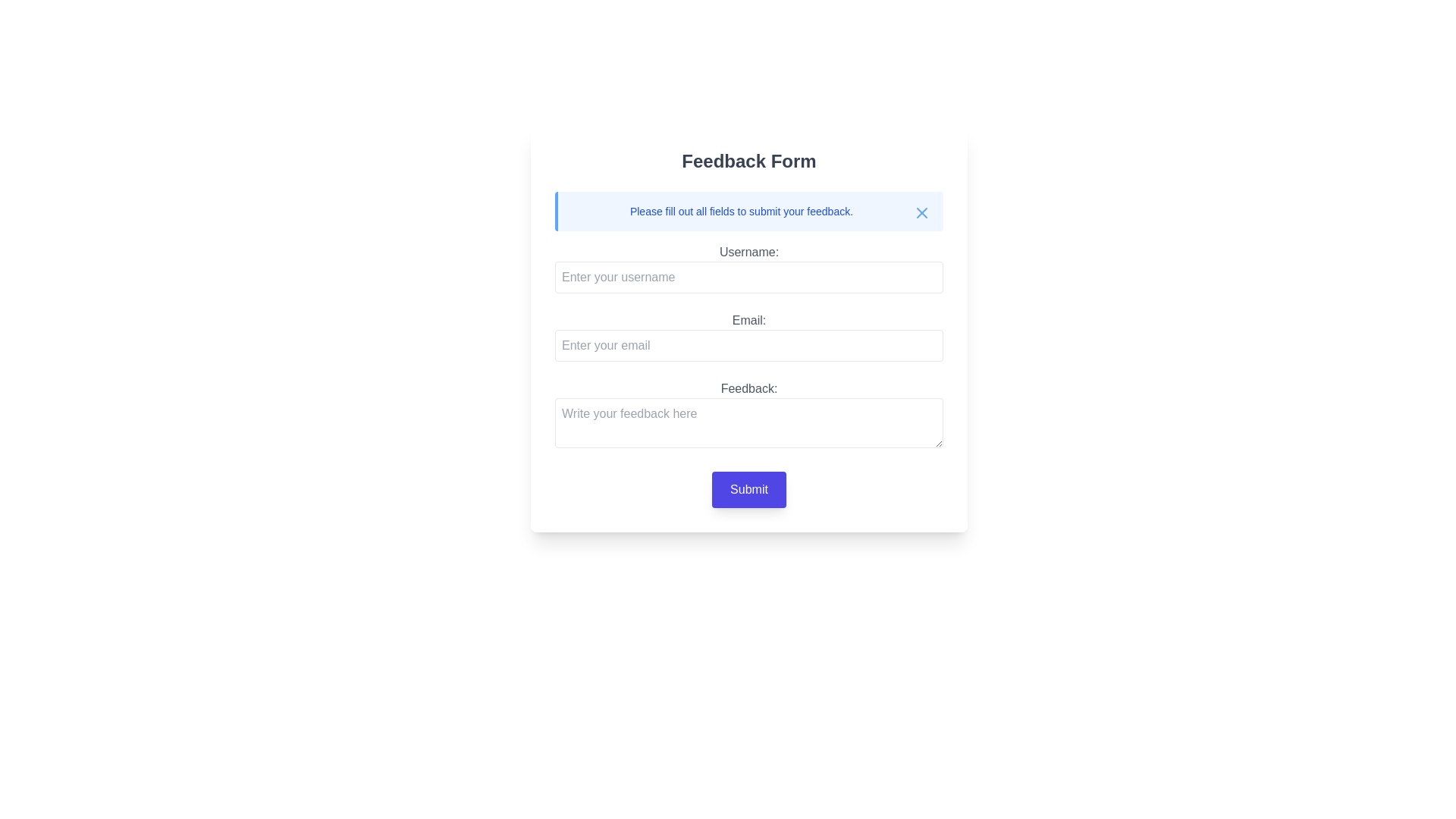 Image resolution: width=1456 pixels, height=819 pixels. Describe the element at coordinates (750, 211) in the screenshot. I see `informational text that says, 'Please fill out all fields to submit your feedback.' which is styled with a small font size and blue color, located in the notification box below the 'Feedback Form' heading` at that location.